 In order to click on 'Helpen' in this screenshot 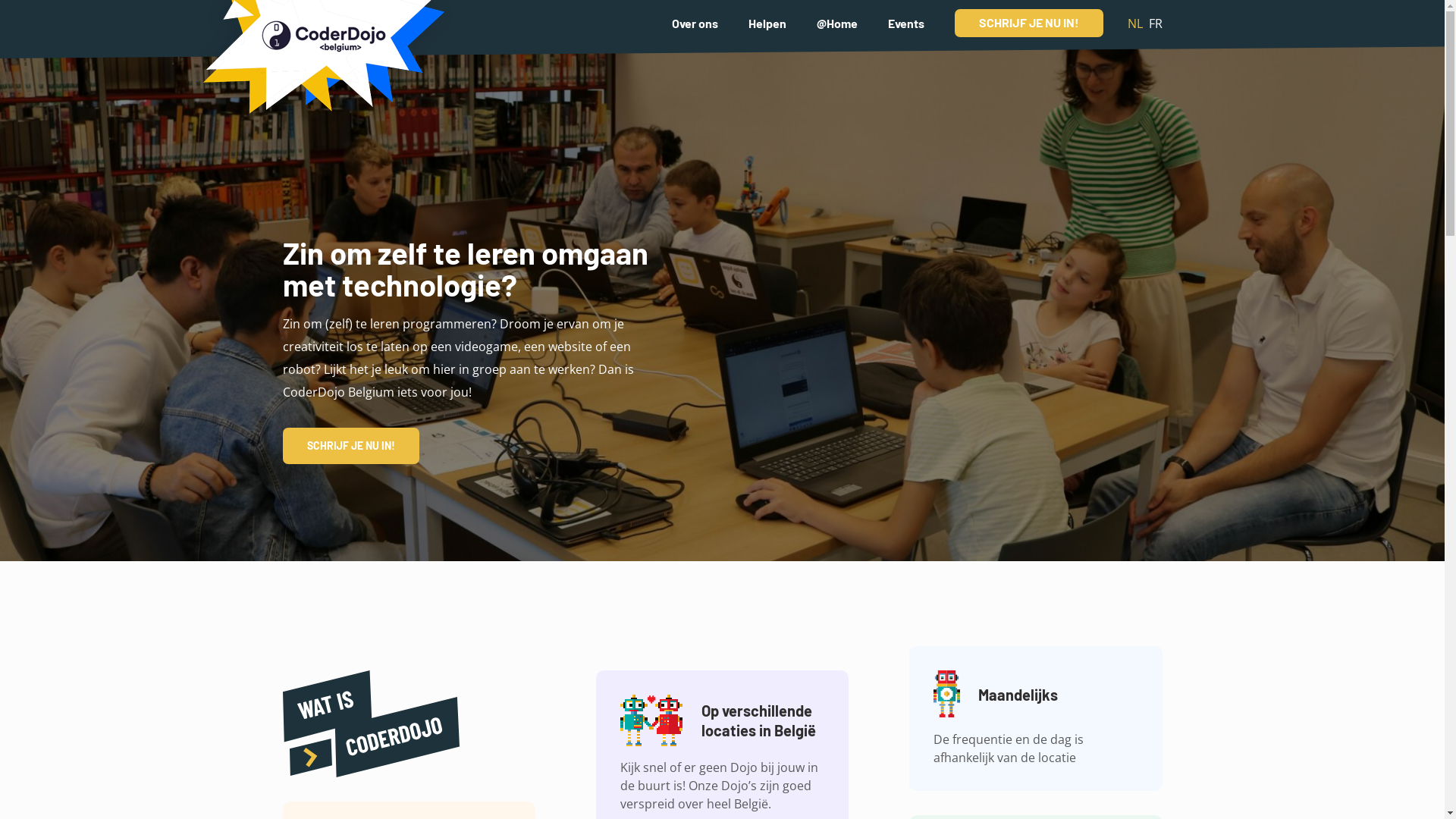, I will do `click(767, 22)`.